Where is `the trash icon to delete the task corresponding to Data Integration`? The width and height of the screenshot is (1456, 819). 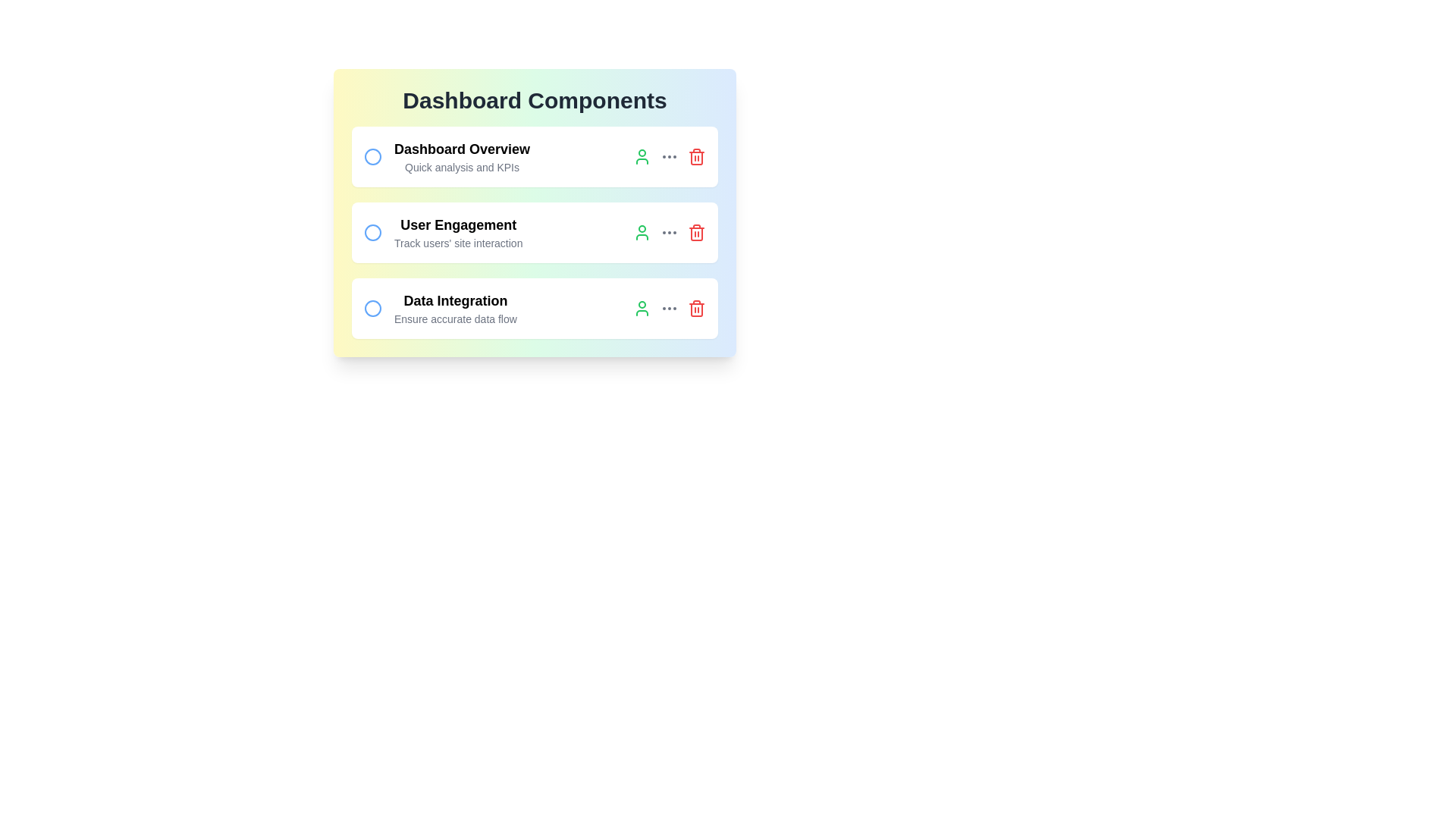 the trash icon to delete the task corresponding to Data Integration is located at coordinates (695, 308).